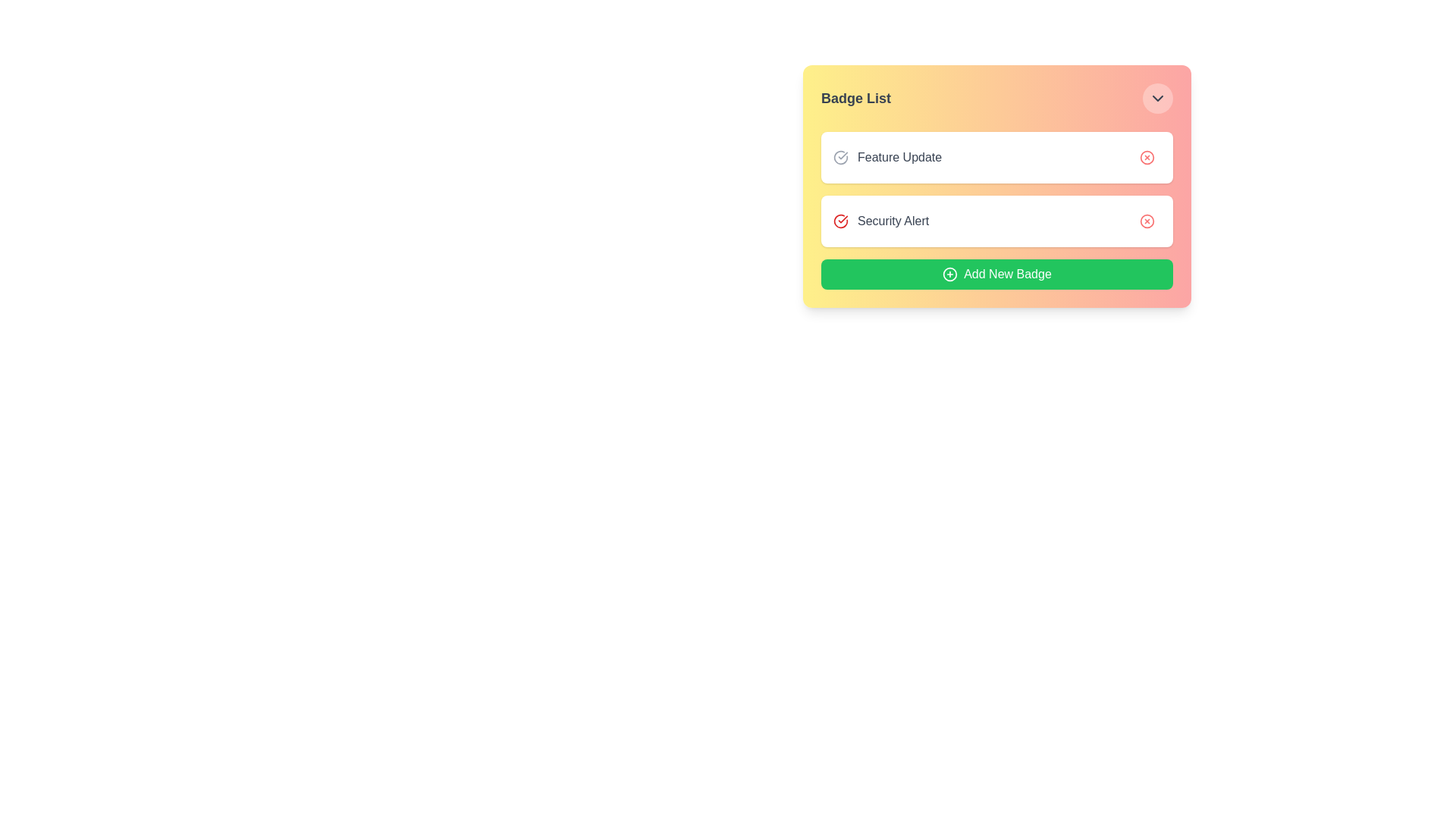 The image size is (1456, 819). Describe the element at coordinates (1156, 99) in the screenshot. I see `the chevron icon in the top-right corner of the badge list card` at that location.